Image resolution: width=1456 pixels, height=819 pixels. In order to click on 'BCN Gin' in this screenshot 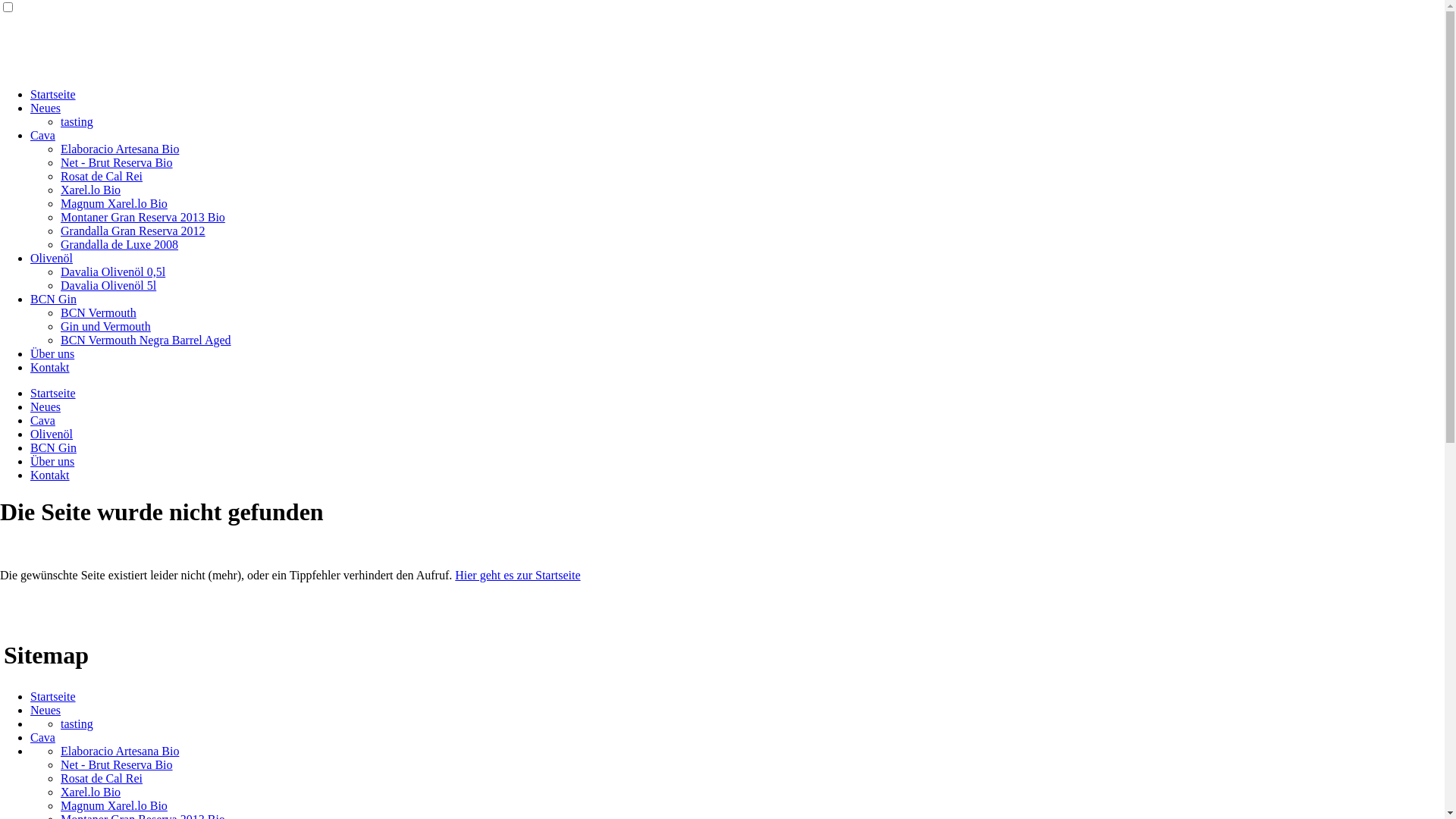, I will do `click(53, 447)`.